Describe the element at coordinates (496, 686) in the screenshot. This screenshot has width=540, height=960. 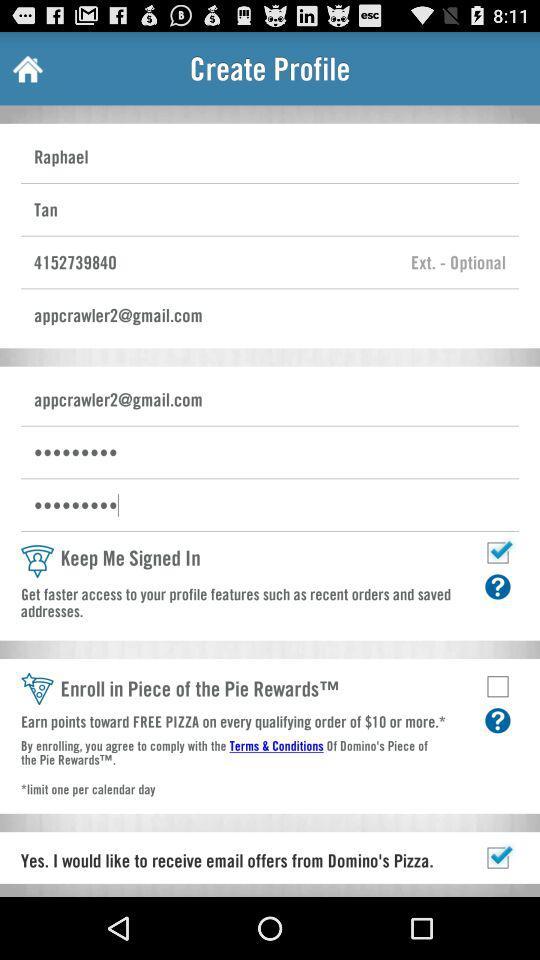
I see `join rewards program` at that location.